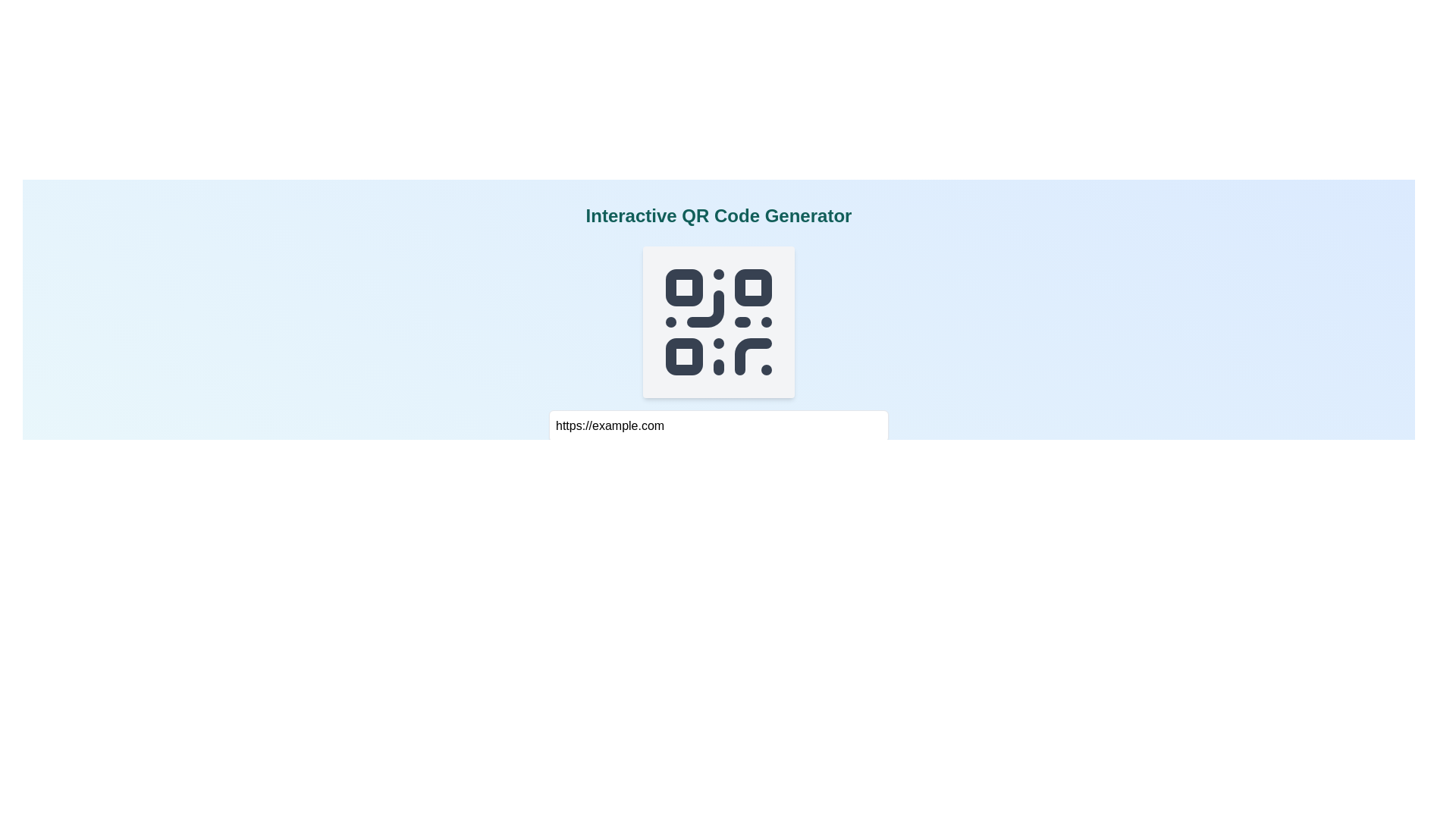 The image size is (1456, 819). I want to click on the decorative graphical element that is a curved line in the upper right area of the QR code icon, so click(704, 308).